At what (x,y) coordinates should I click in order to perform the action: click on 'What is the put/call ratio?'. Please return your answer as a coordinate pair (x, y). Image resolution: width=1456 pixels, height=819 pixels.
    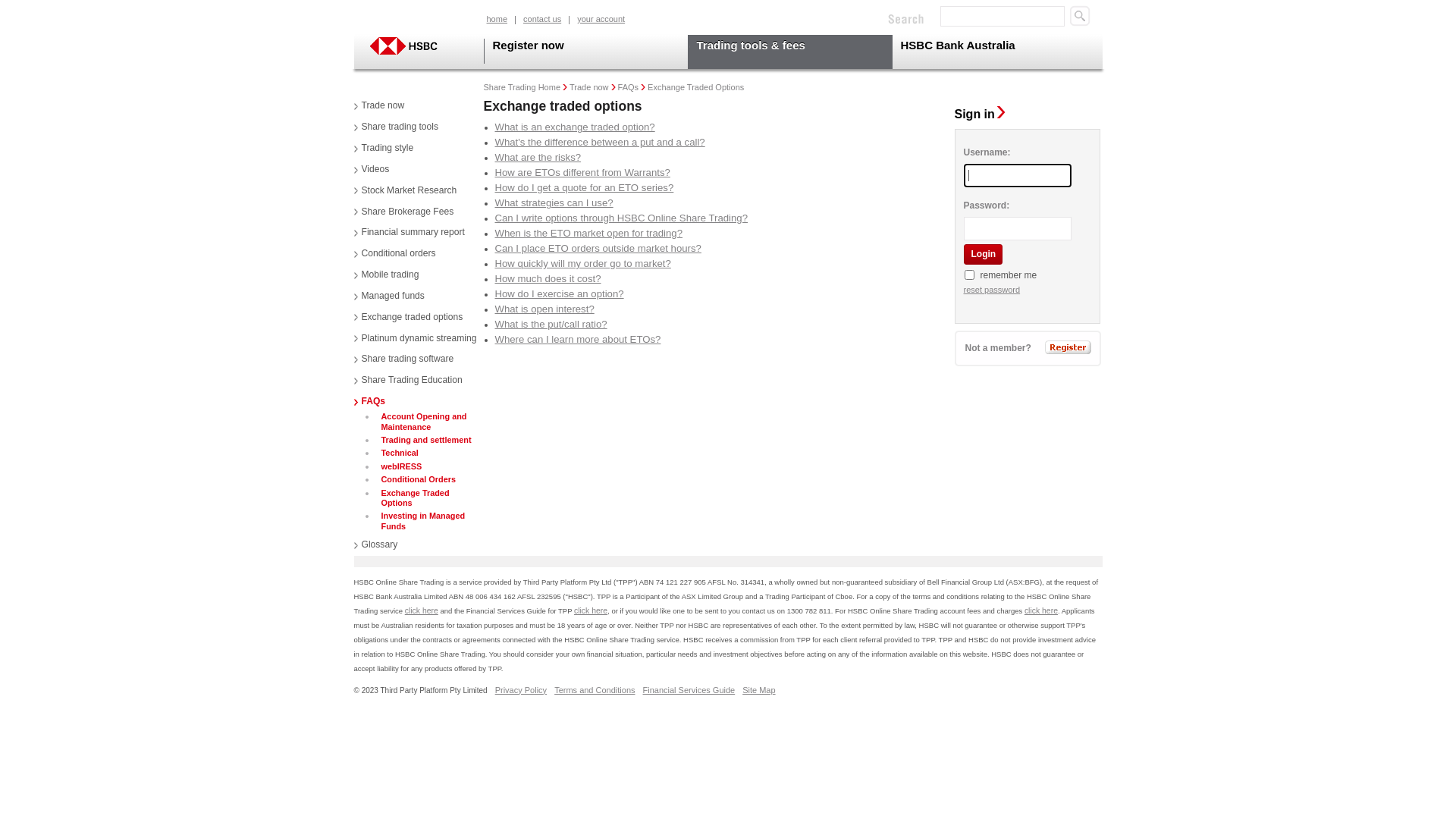
    Looking at the image, I should click on (549, 323).